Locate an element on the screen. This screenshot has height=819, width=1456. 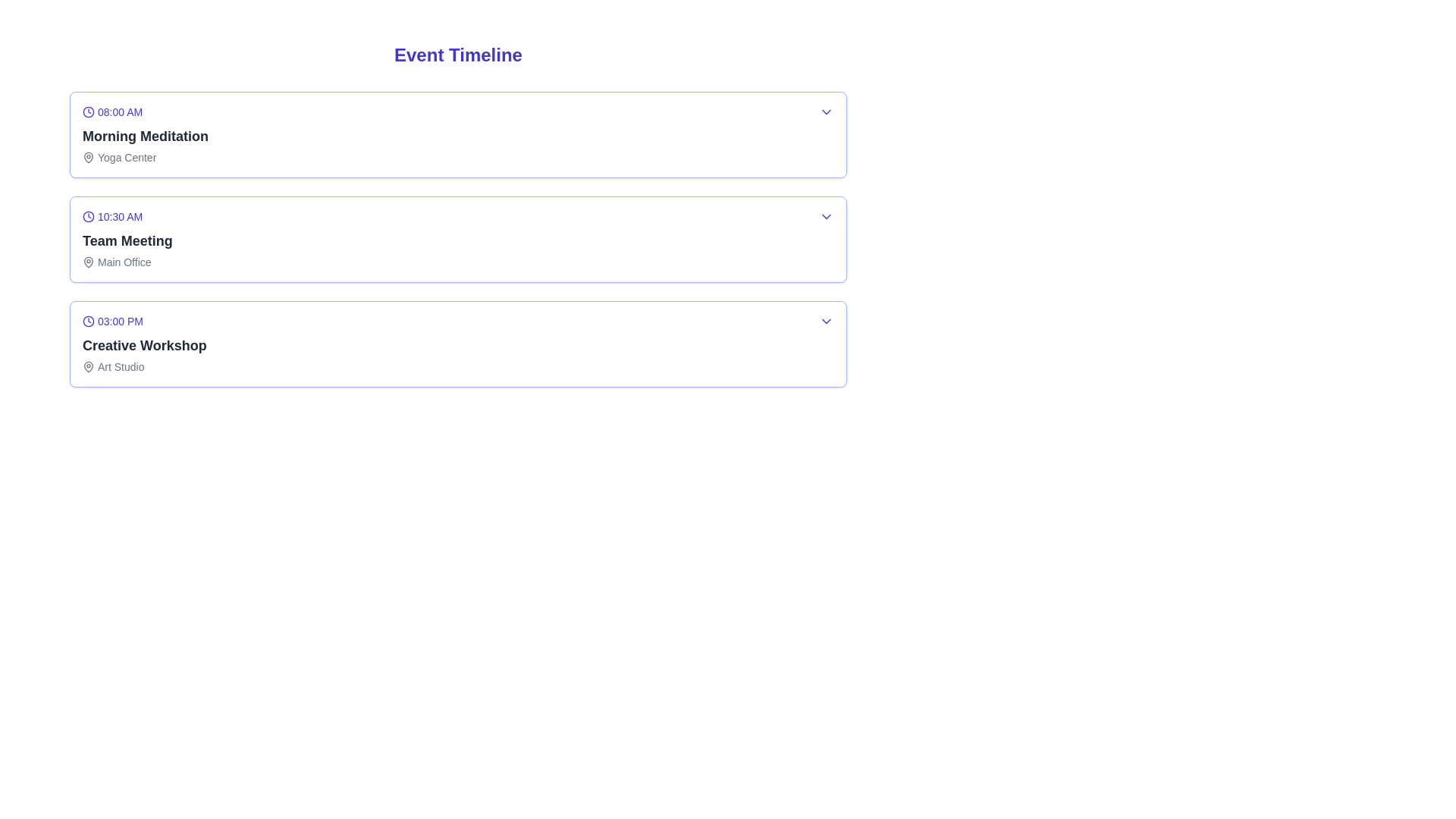
the Geographical location icon adjacent to the 'Art Studio' text in the last event entry of the timeline interface is located at coordinates (87, 366).